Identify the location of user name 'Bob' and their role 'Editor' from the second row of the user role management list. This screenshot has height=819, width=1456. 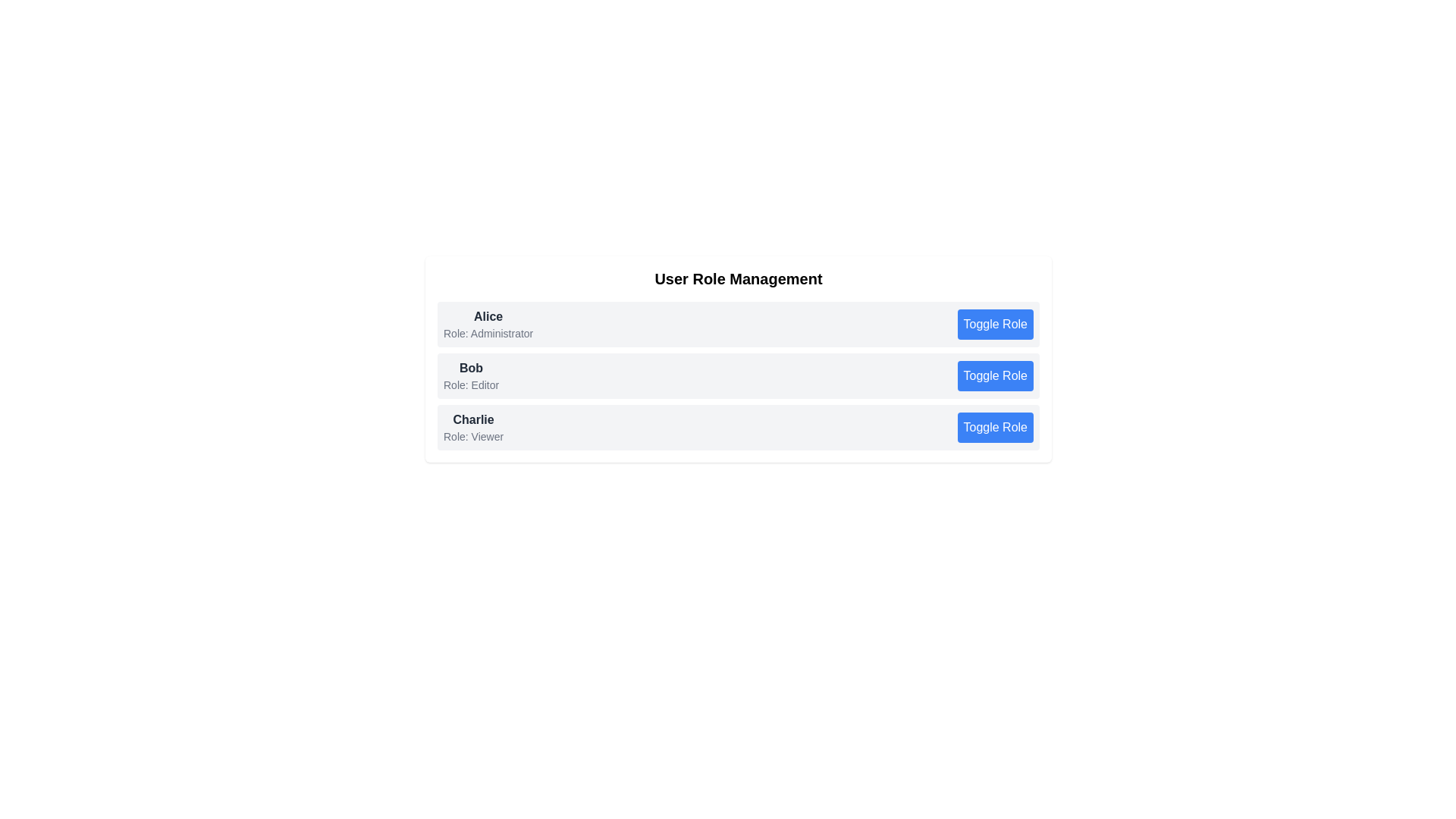
(739, 375).